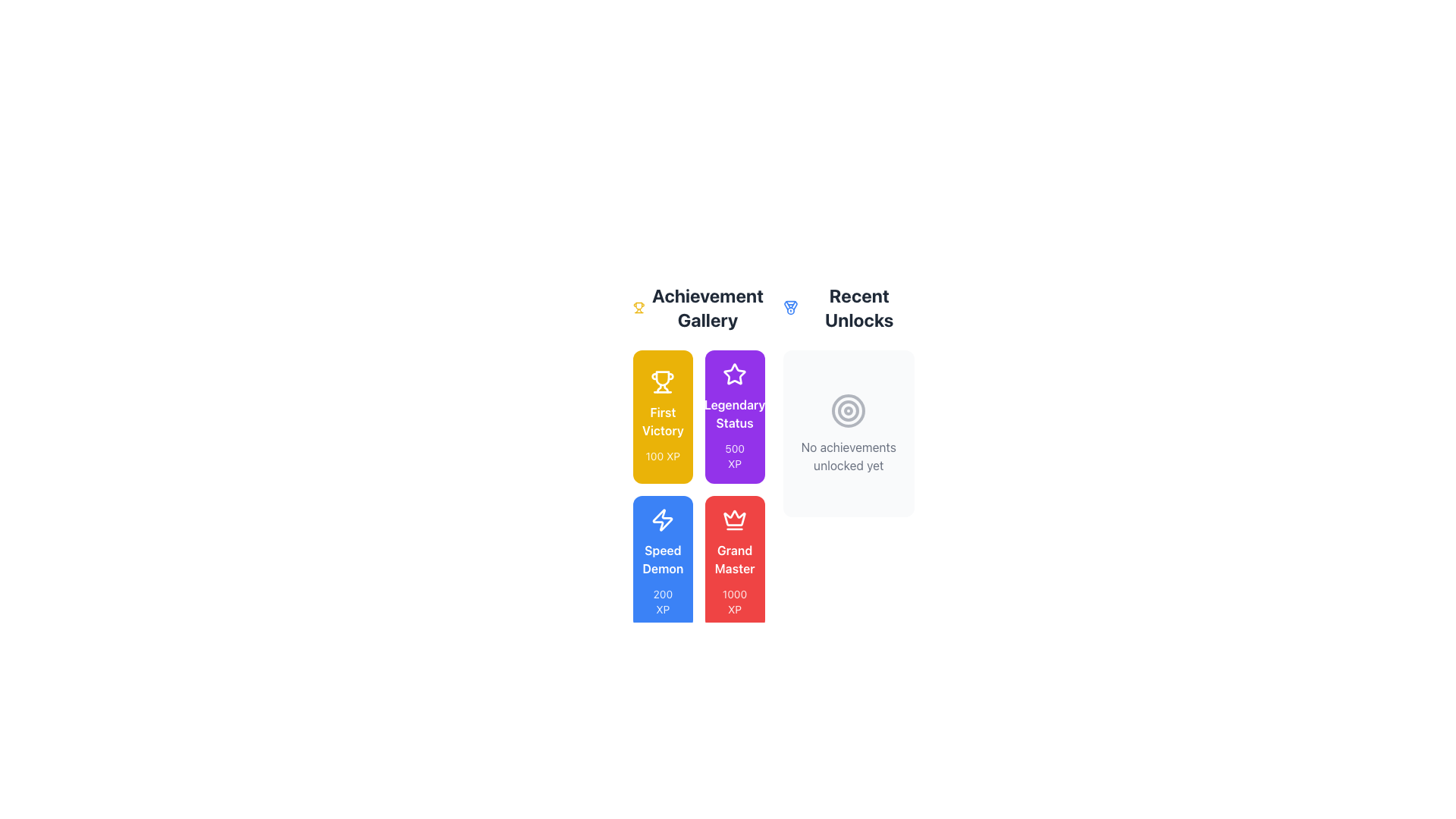  What do you see at coordinates (663, 562) in the screenshot?
I see `displayed content of the Informative achievement card titled 'Speed Demon' located in the first column of the bottom row in the 'Achievement Gallery' section` at bounding box center [663, 562].